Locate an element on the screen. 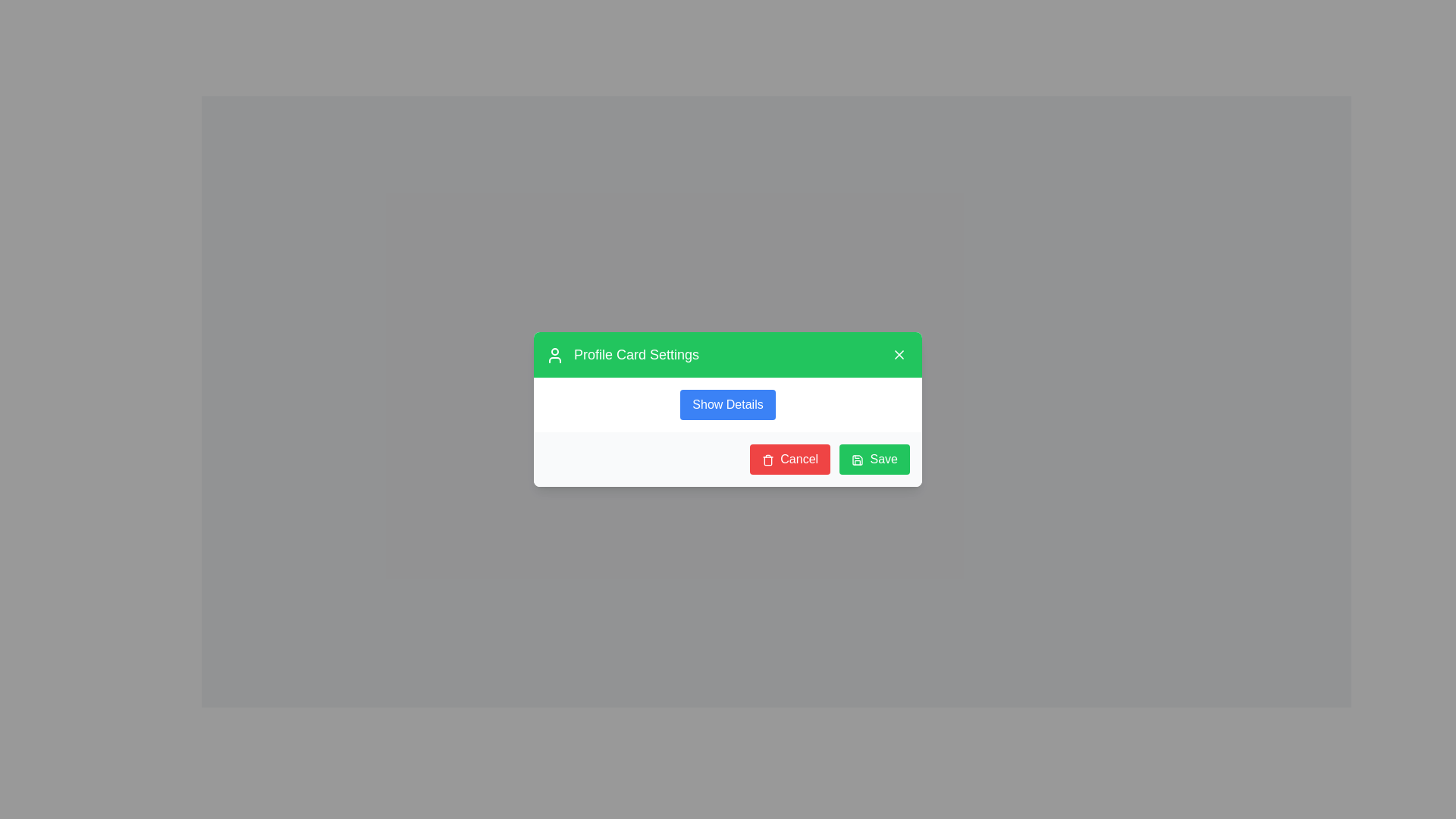 Image resolution: width=1456 pixels, height=819 pixels. the 'Profile Card Settings' text label, which is styled in bold white font on a green background and located at the top left of the green header bar within a modal or card interface is located at coordinates (622, 354).